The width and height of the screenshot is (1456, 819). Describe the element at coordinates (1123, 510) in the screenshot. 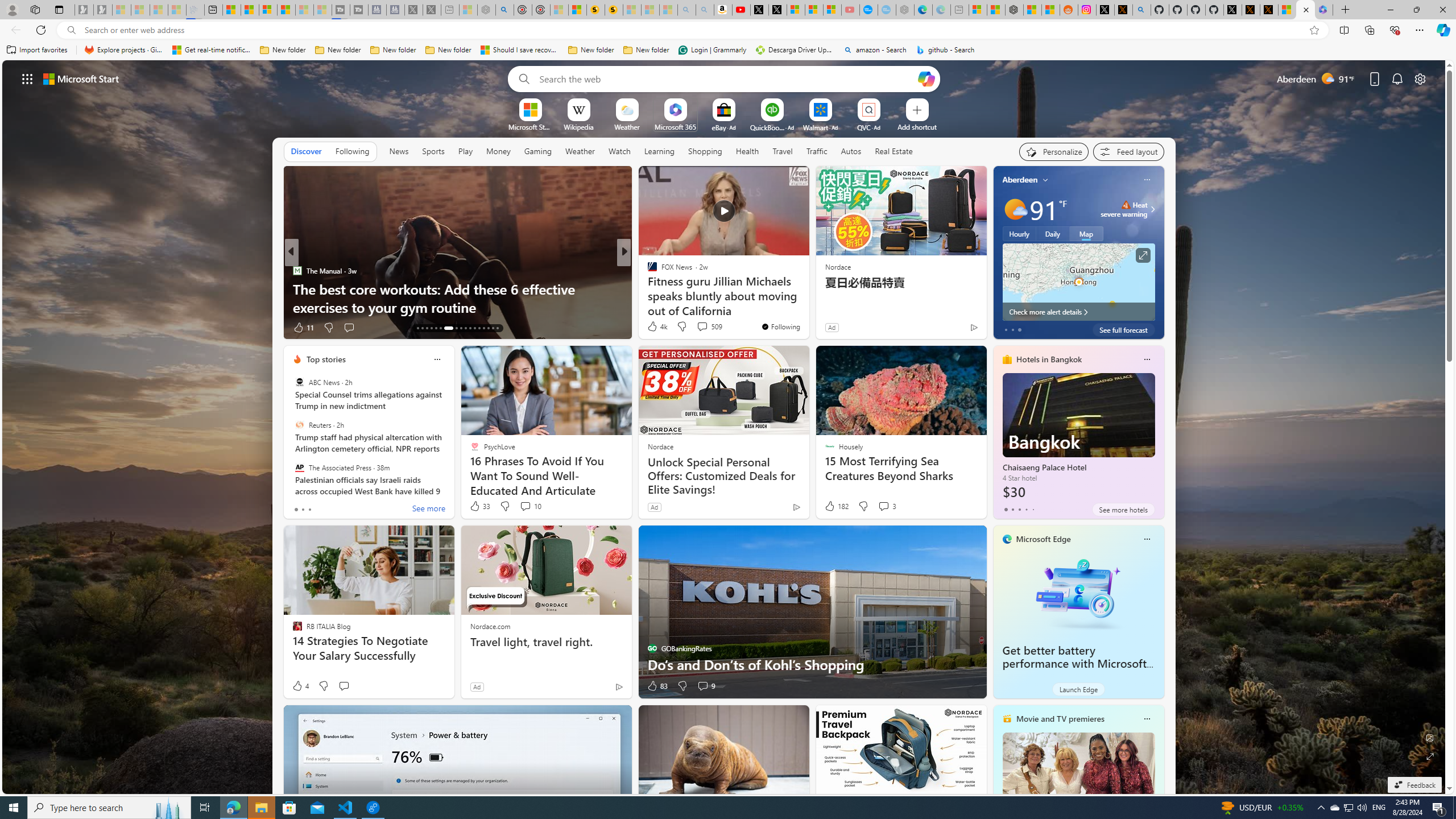

I see `'See more hotels'` at that location.